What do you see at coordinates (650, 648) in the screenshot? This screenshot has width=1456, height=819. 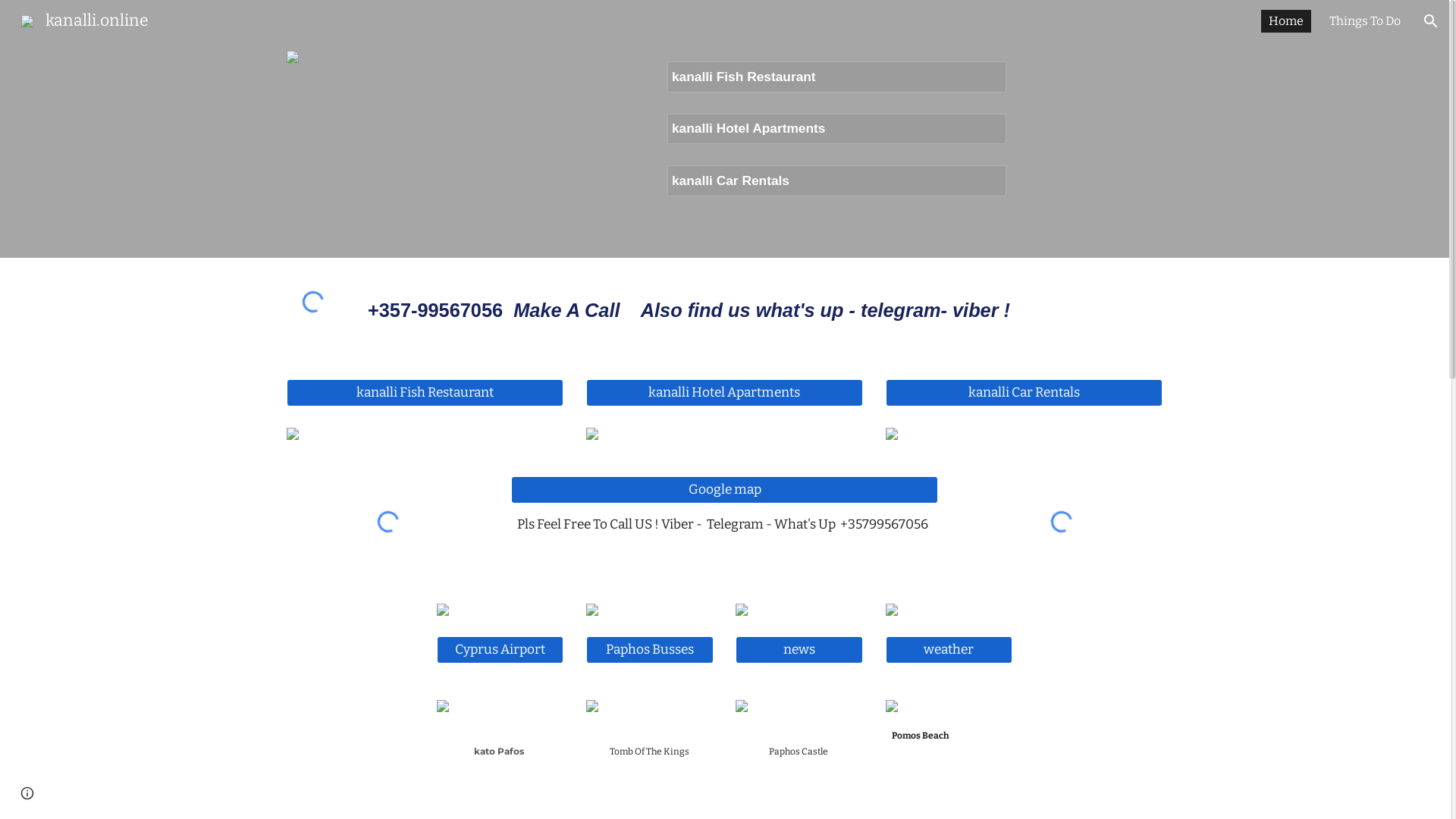 I see `'Paphos Busses'` at bounding box center [650, 648].